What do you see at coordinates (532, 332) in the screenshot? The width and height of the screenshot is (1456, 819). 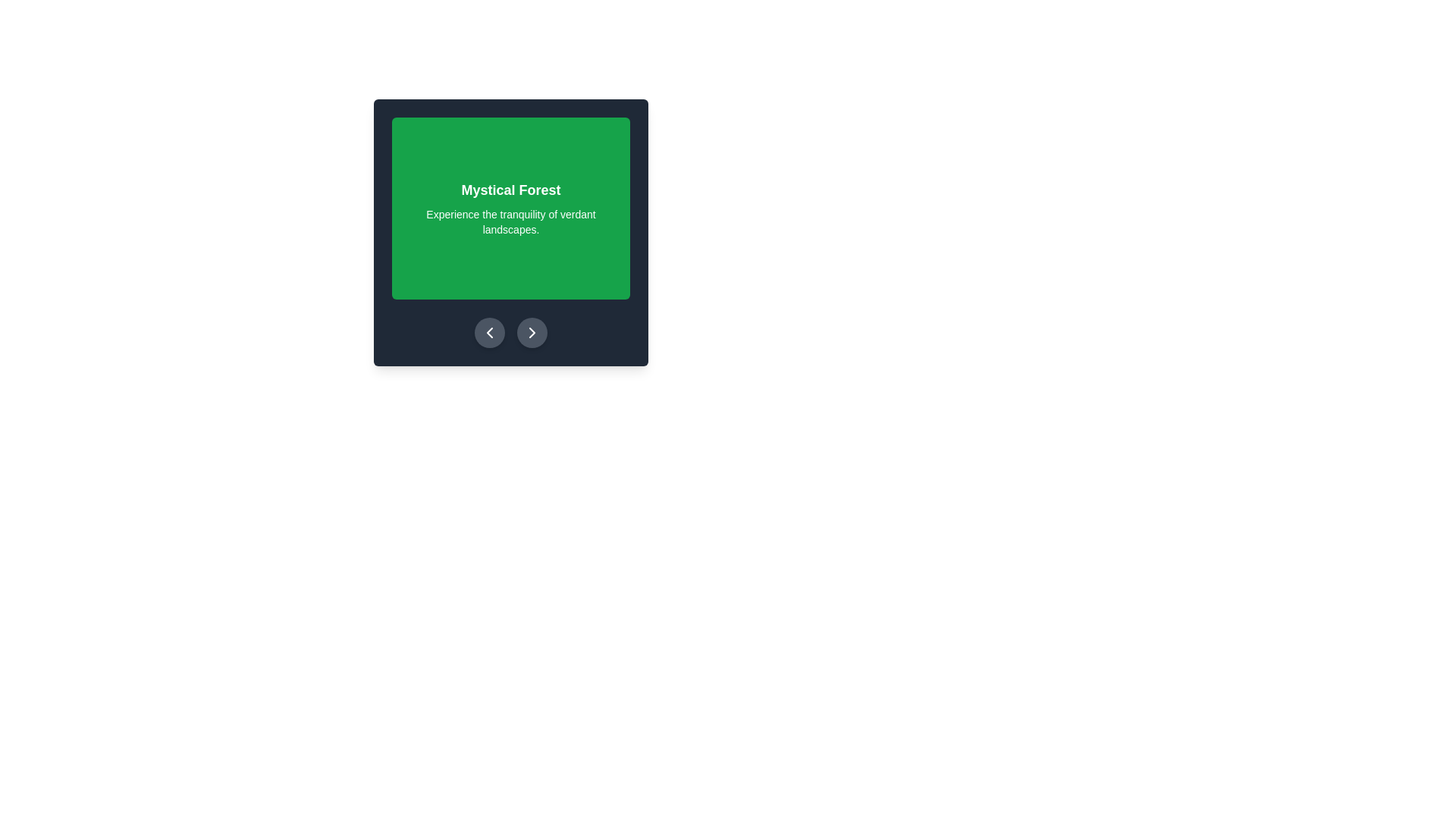 I see `the circular button with a dark gray background and a white right-pointing chevron icon, located to the right of a similar button` at bounding box center [532, 332].